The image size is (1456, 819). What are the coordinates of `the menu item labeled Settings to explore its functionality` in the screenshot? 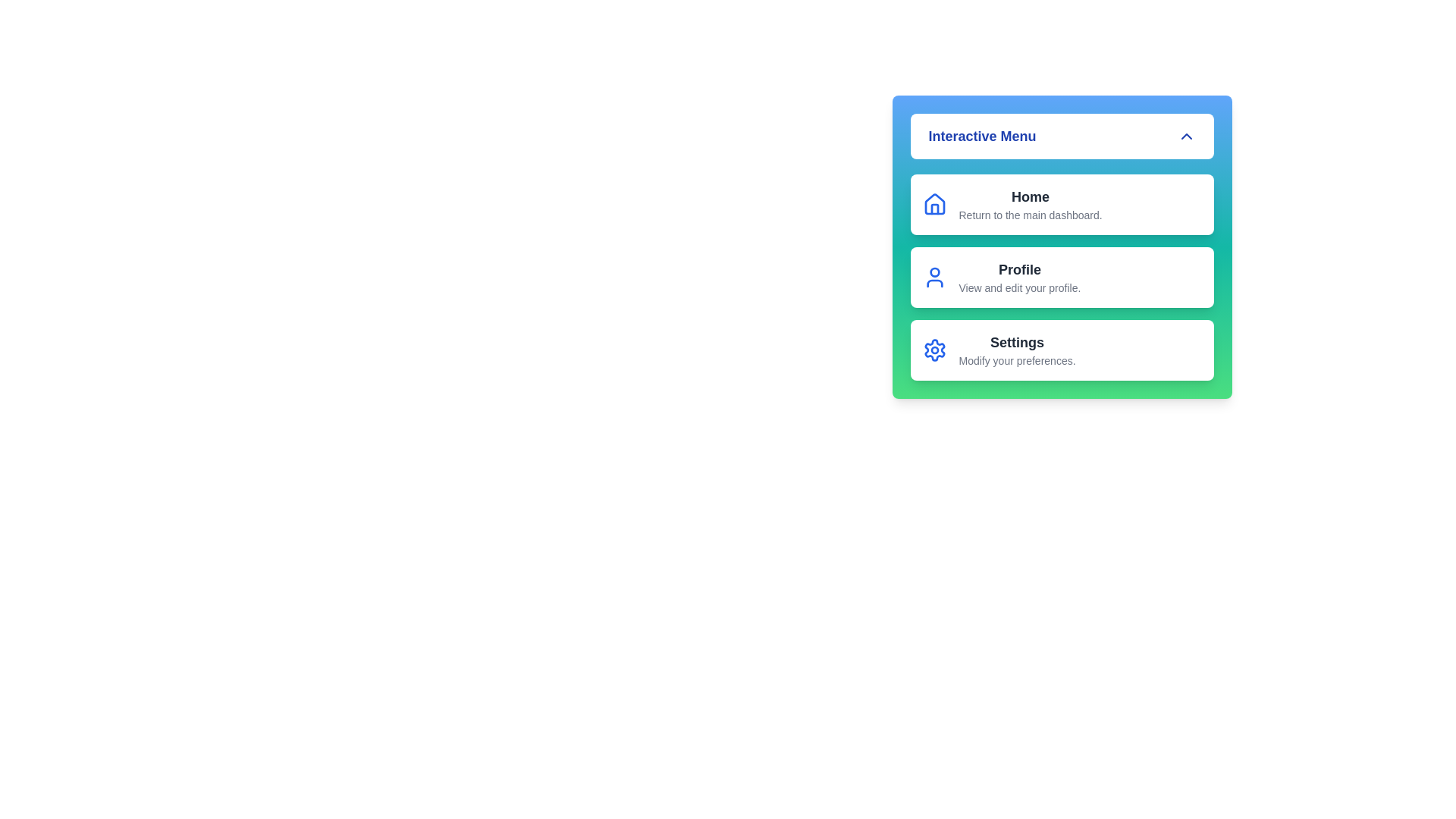 It's located at (1061, 350).